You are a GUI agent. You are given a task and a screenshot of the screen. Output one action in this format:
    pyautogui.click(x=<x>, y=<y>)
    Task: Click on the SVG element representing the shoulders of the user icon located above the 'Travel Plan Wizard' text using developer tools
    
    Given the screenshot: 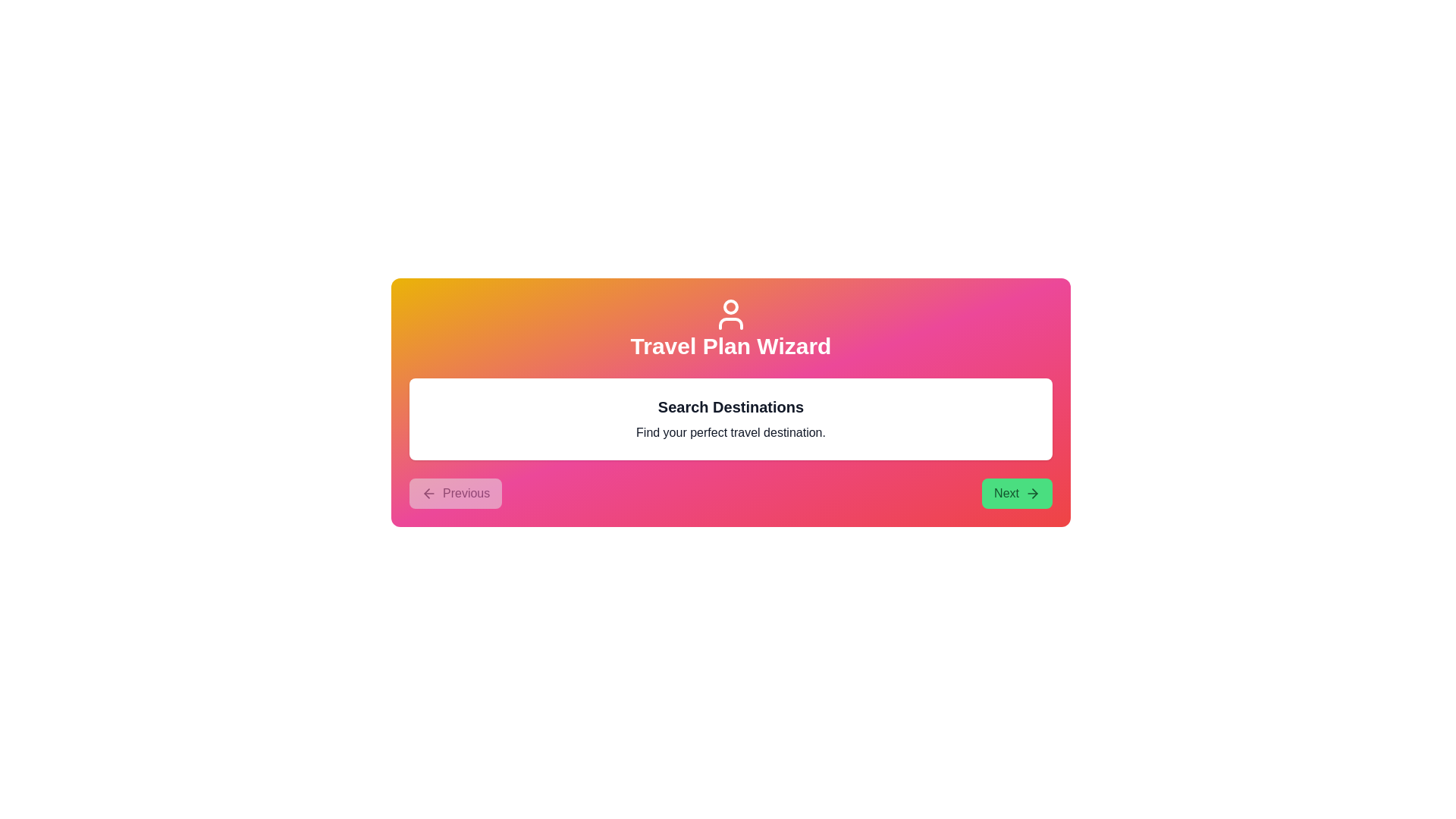 What is the action you would take?
    pyautogui.click(x=731, y=323)
    